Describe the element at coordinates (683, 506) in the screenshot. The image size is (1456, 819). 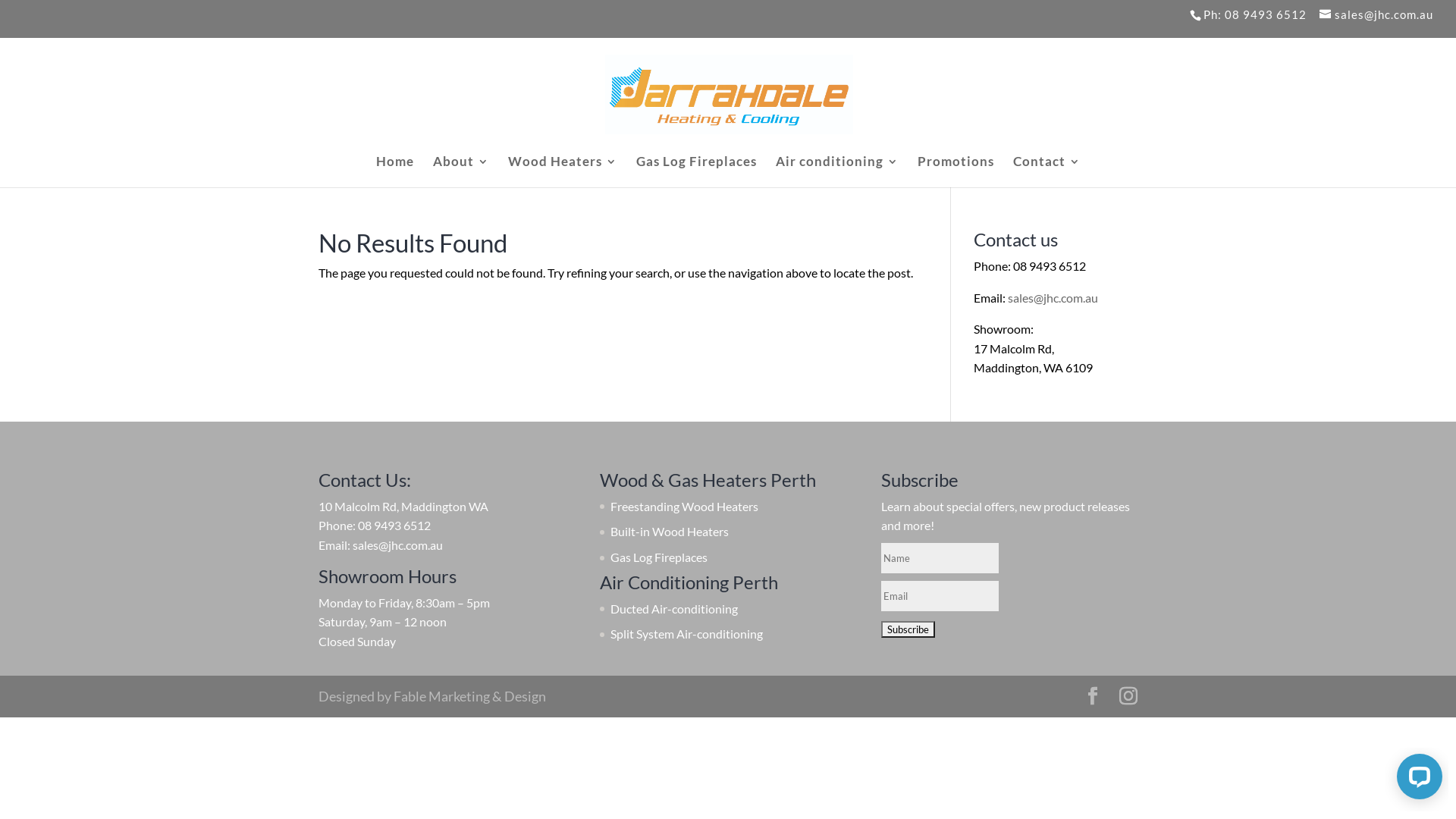
I see `'Freestanding Wood Heaters'` at that location.